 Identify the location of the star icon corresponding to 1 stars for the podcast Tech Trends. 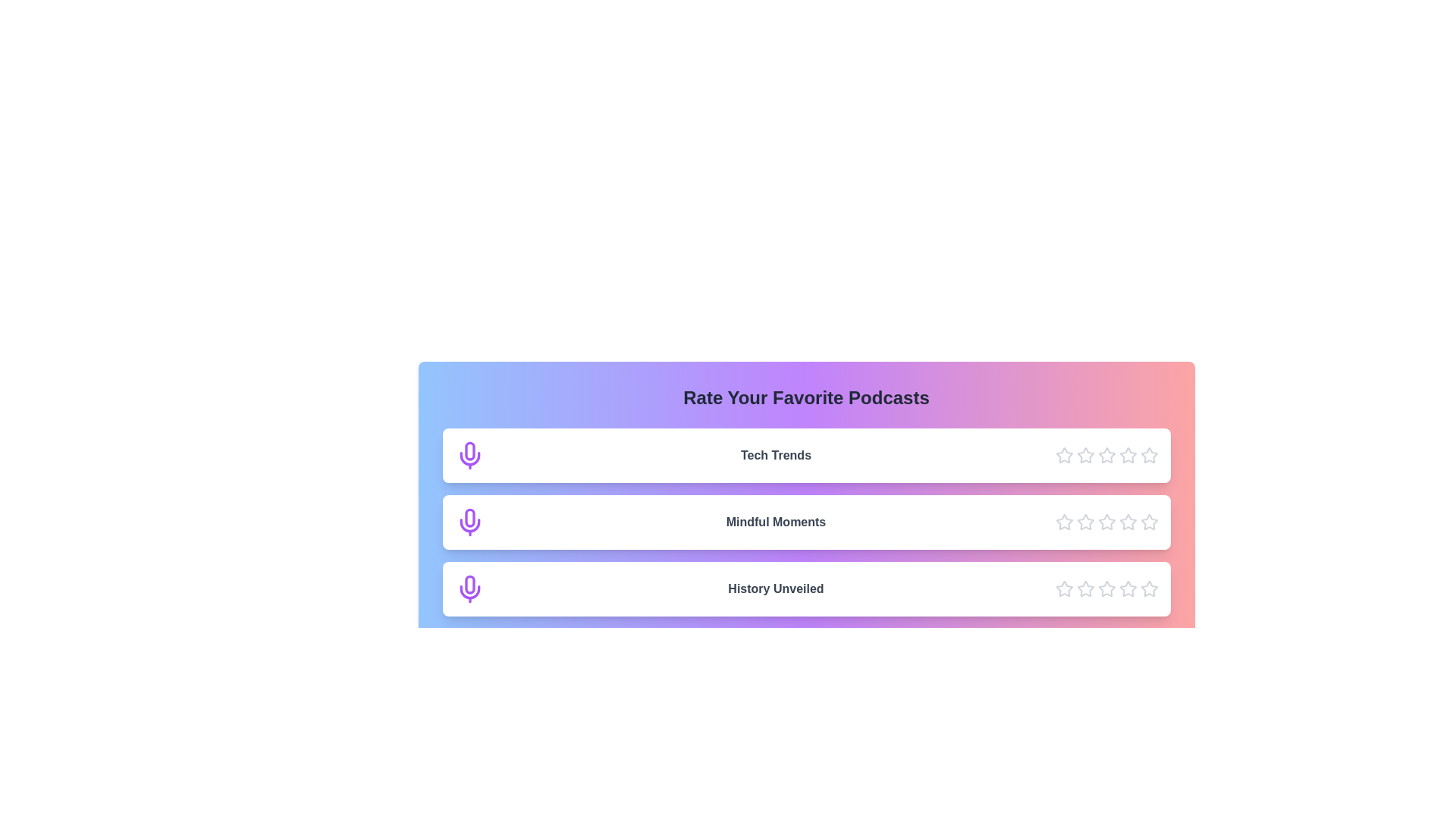
(1063, 455).